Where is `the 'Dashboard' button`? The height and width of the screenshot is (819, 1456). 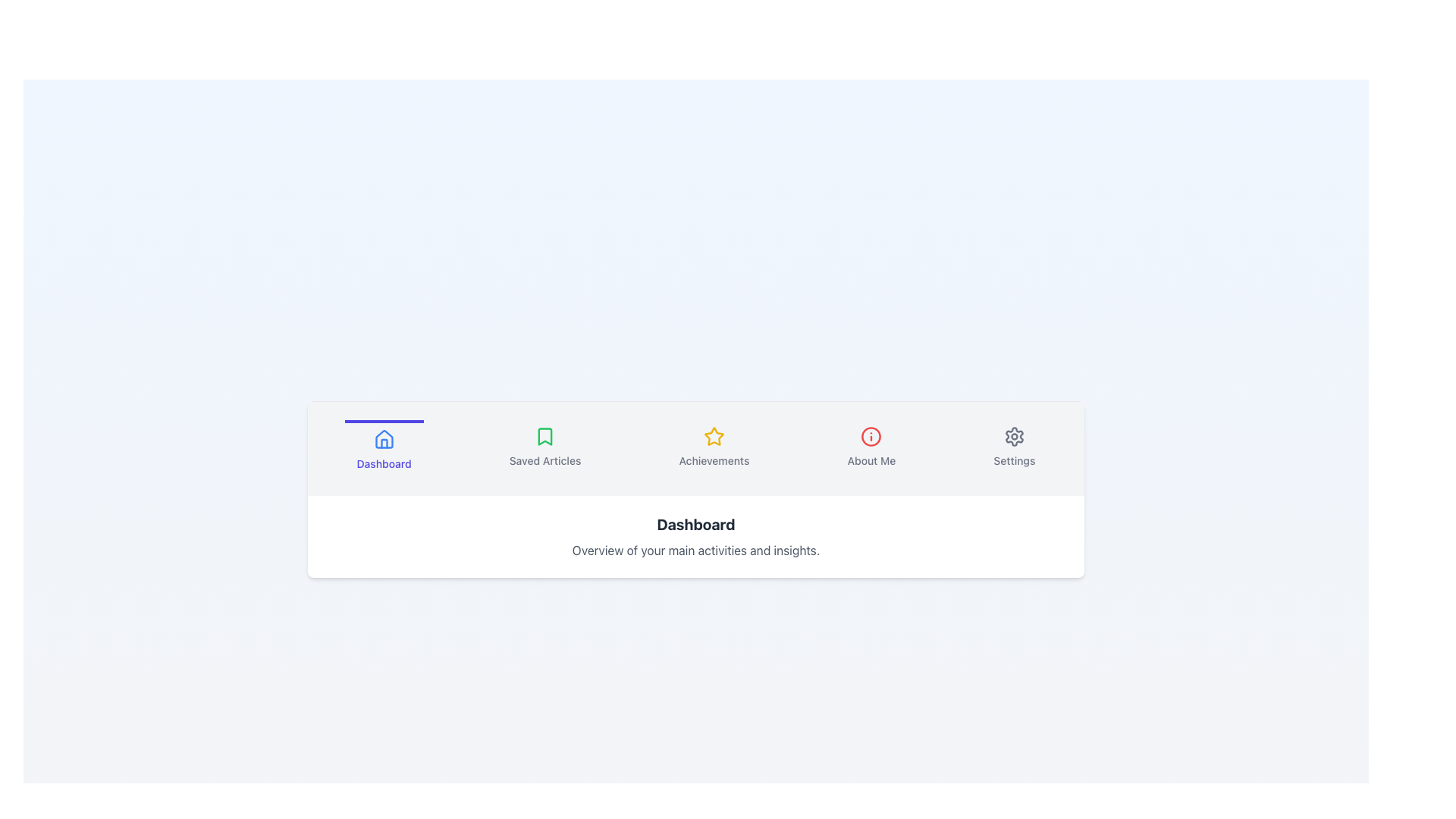
the 'Dashboard' button is located at coordinates (384, 447).